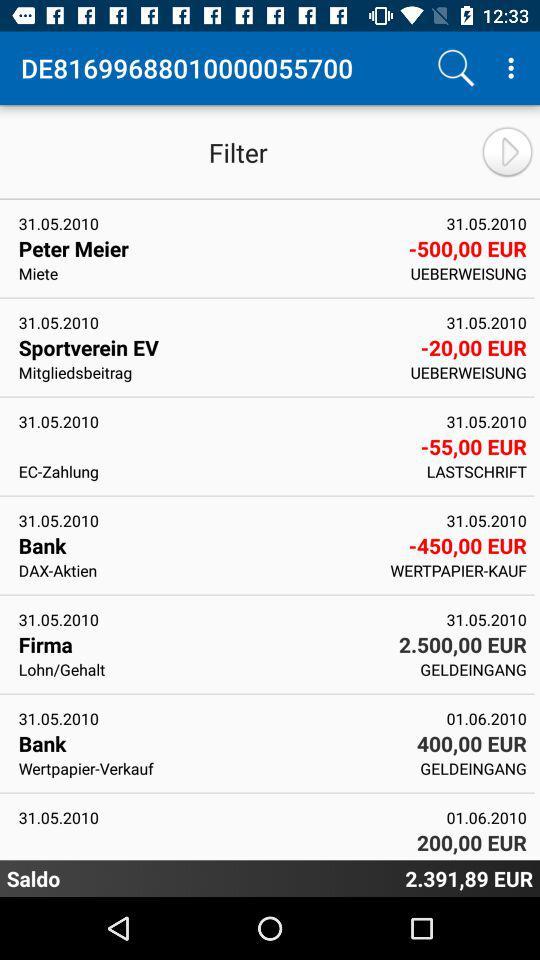 This screenshot has width=540, height=960. What do you see at coordinates (211, 669) in the screenshot?
I see `icon above the 31.05.2010 item` at bounding box center [211, 669].